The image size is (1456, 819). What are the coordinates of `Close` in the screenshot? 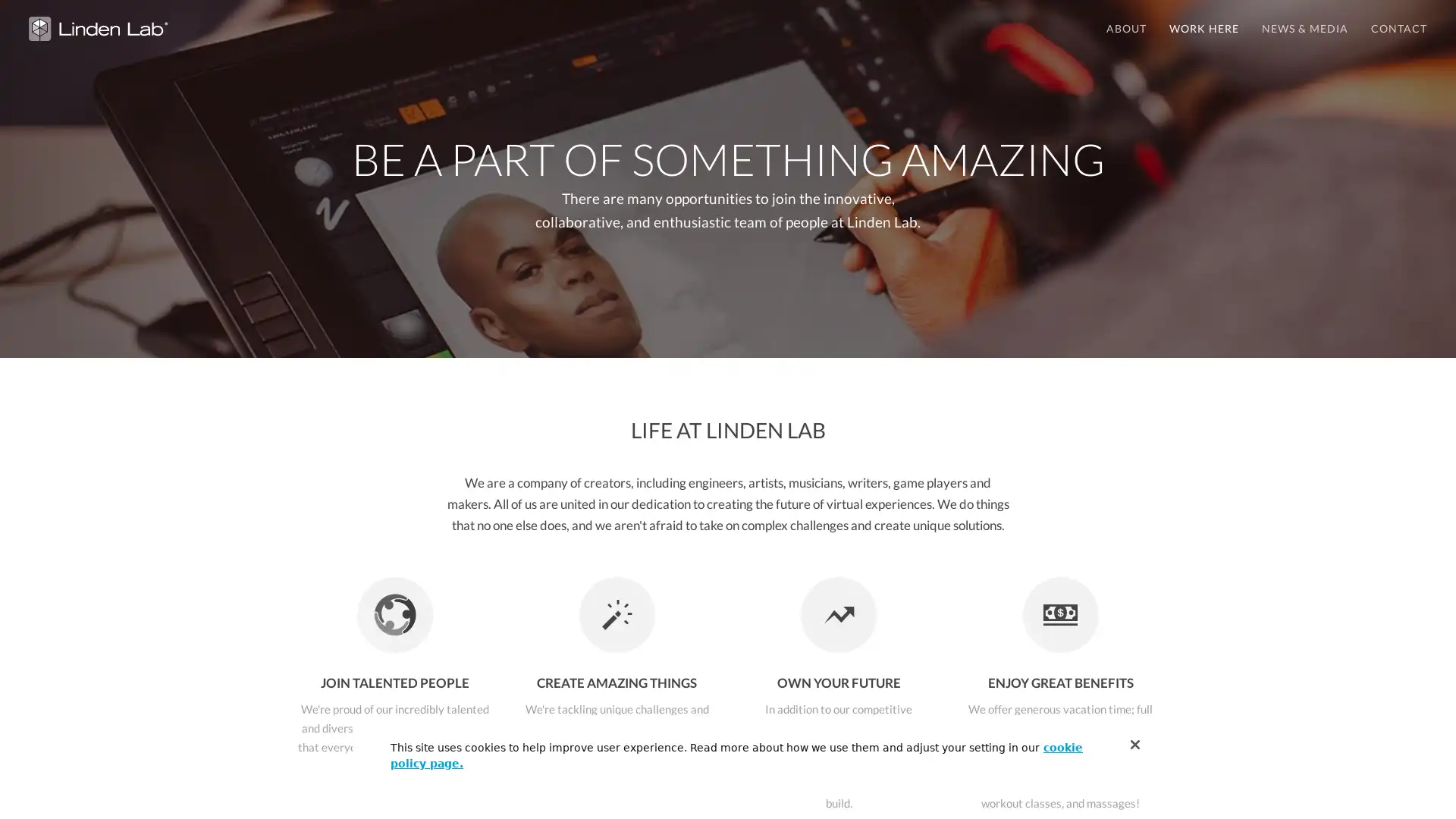 It's located at (1135, 744).